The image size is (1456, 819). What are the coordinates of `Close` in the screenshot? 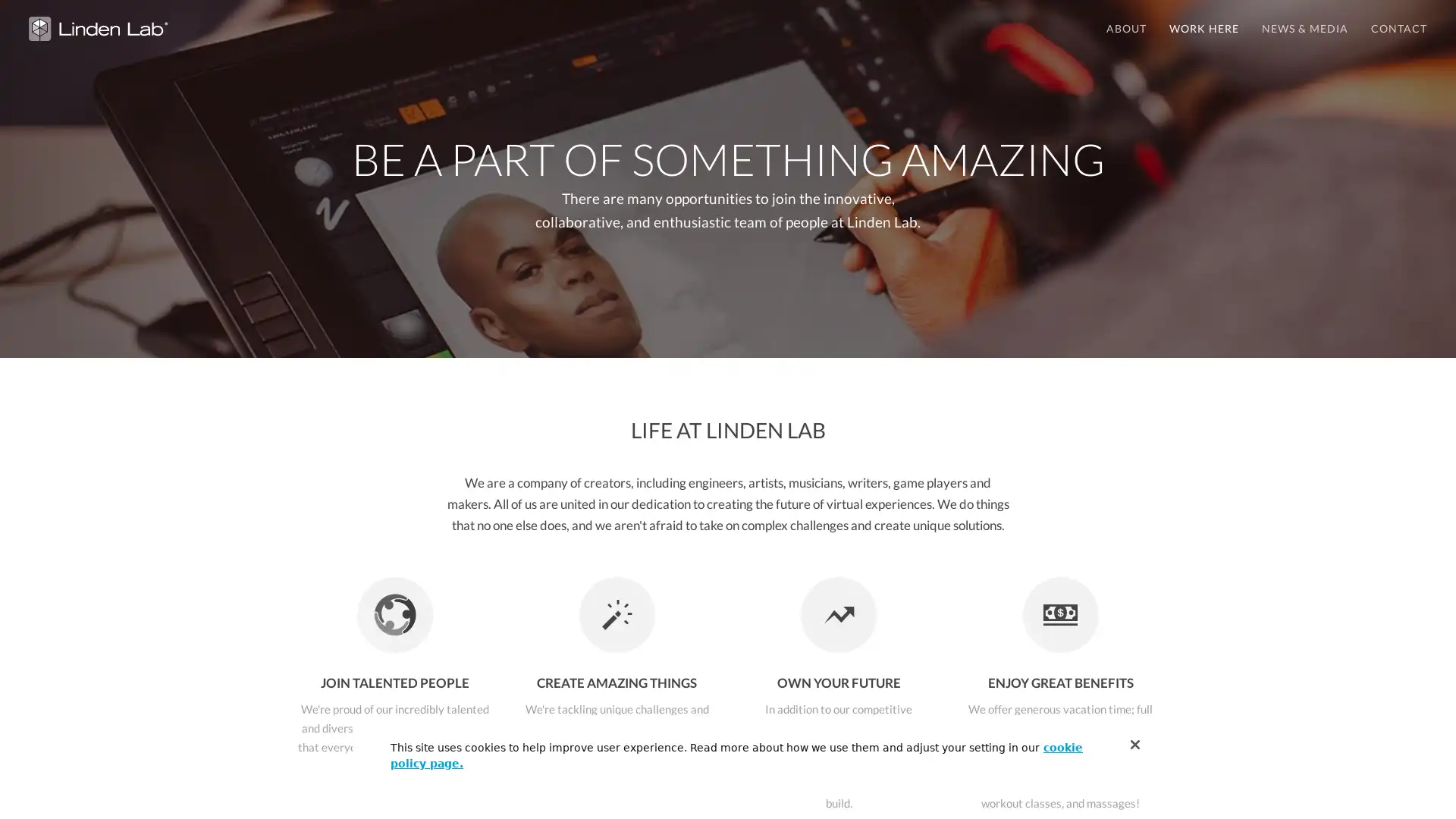 It's located at (1135, 744).